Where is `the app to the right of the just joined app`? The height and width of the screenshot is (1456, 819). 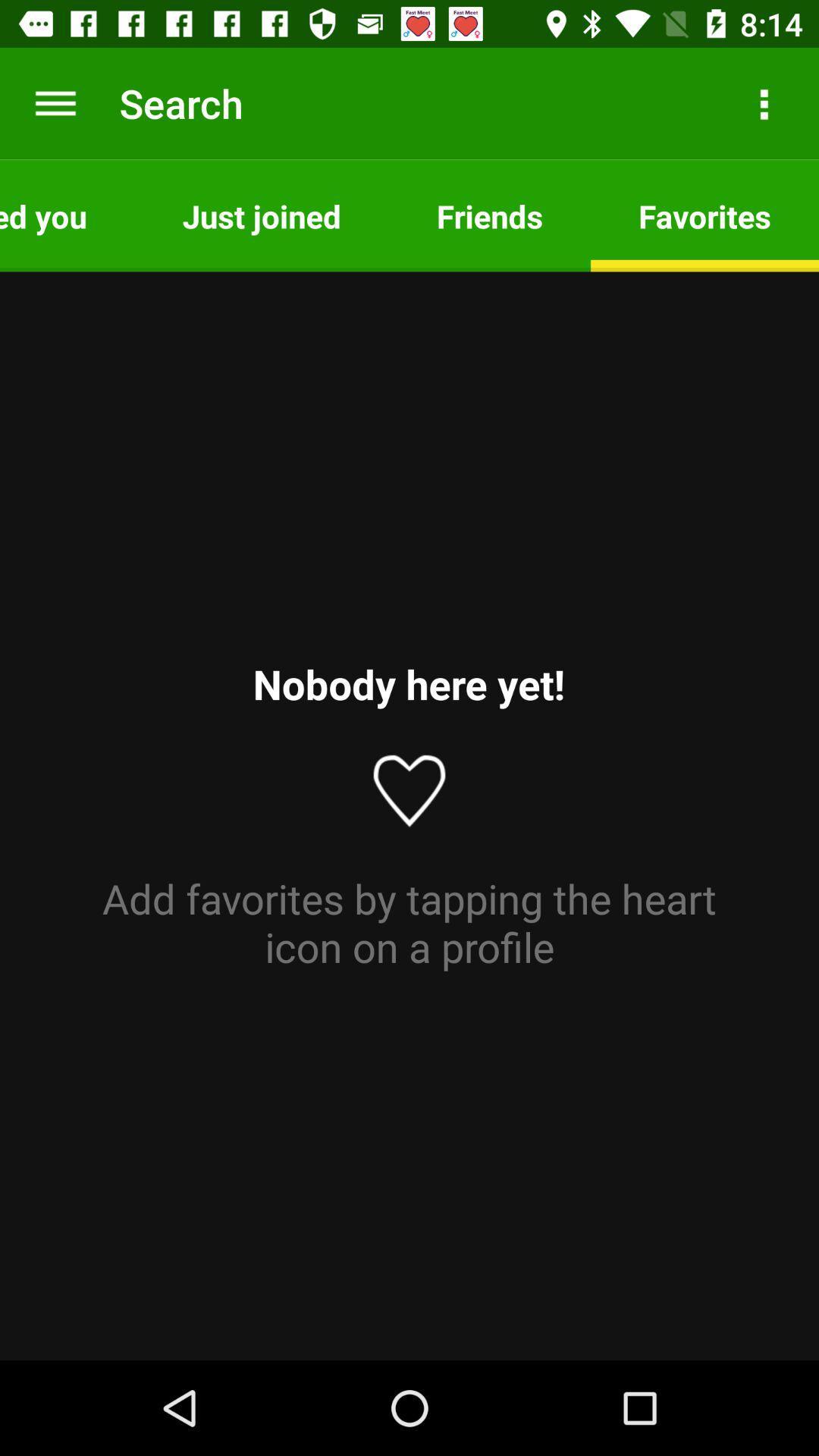 the app to the right of the just joined app is located at coordinates (490, 215).